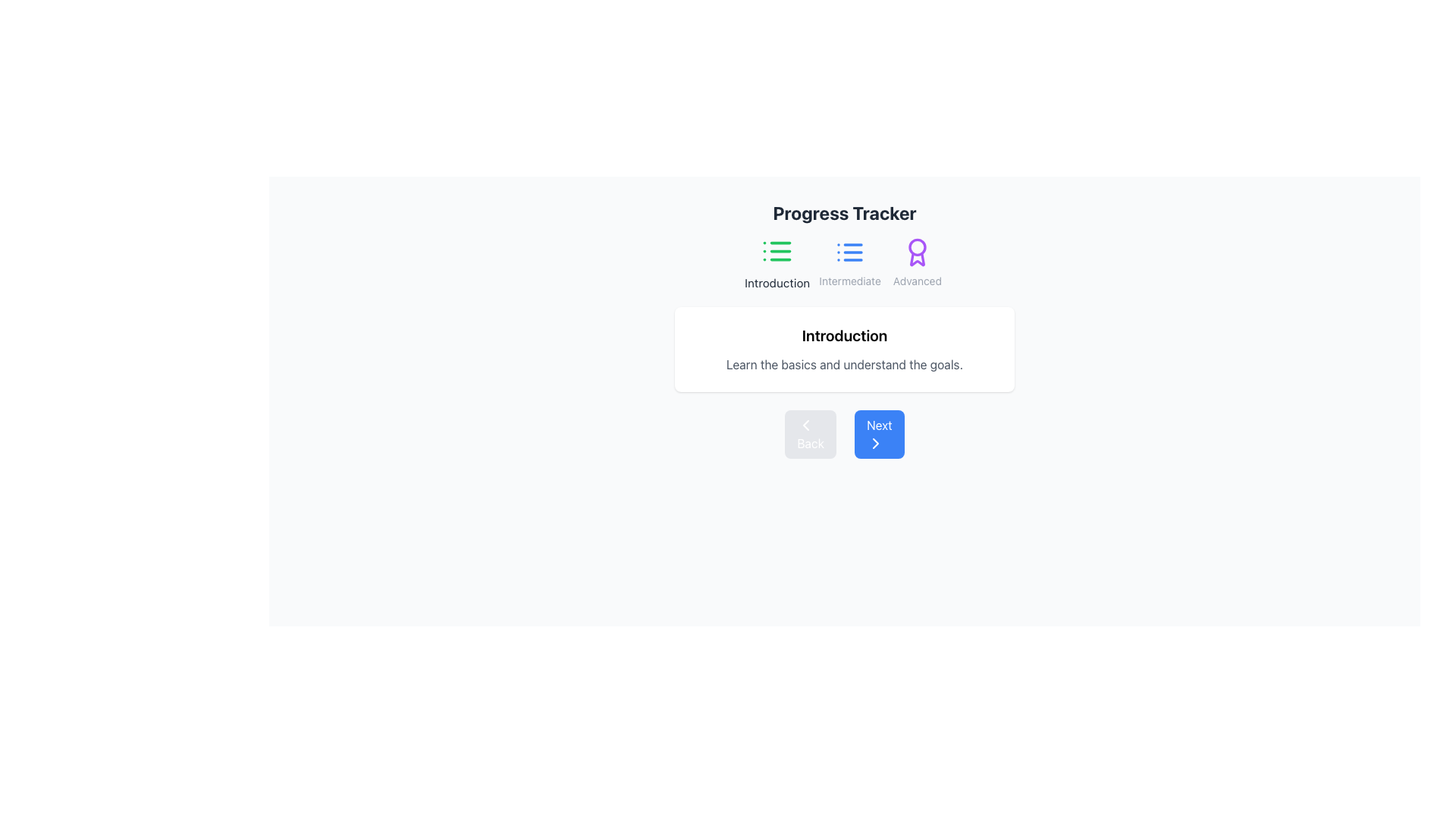  I want to click on the small, stylized polygonal shape filled with a purple hue that indicates an award or achievement within the progress tracker UI, so click(916, 259).